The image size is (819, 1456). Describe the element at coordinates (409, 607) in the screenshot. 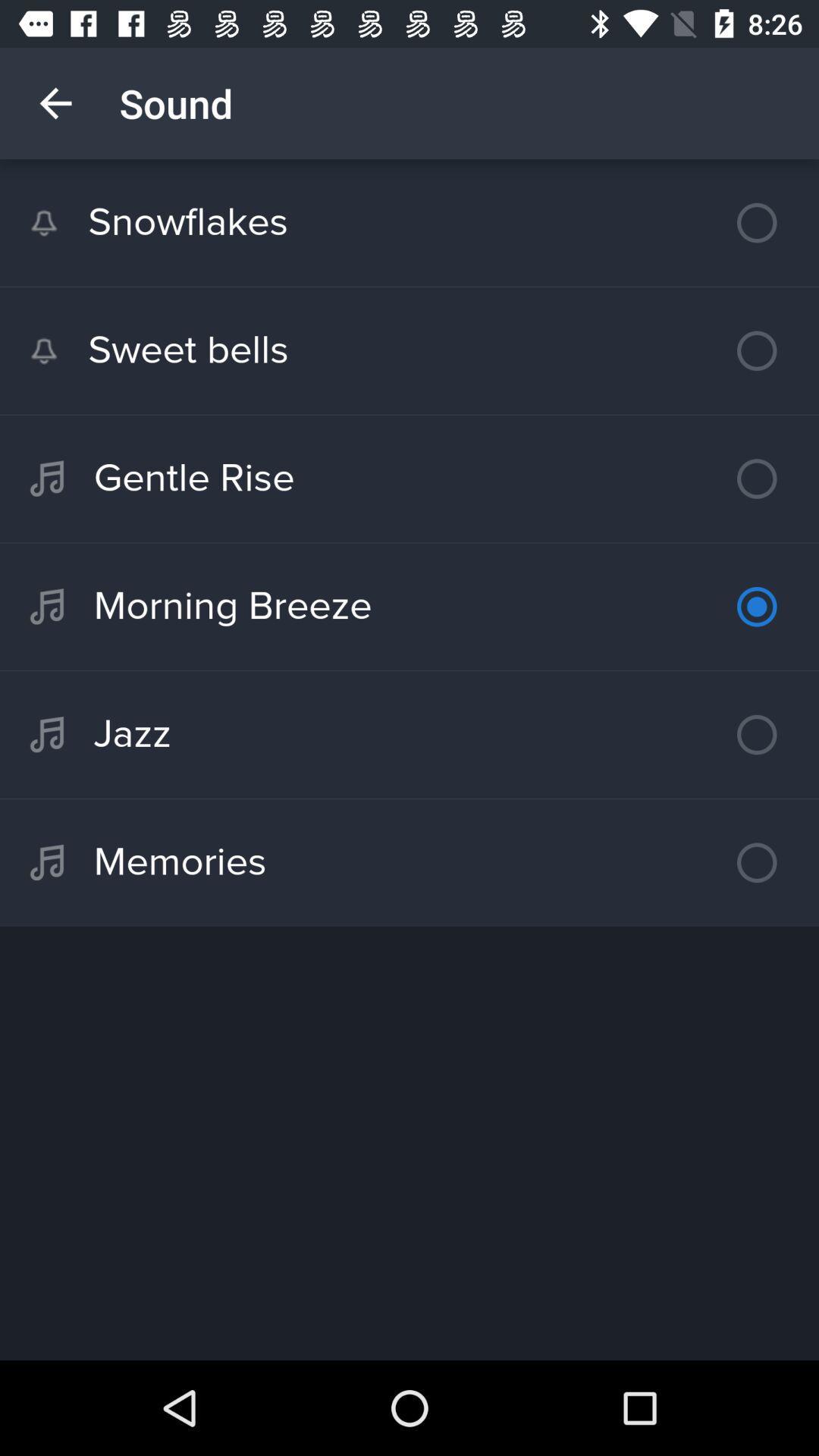

I see `icon below gentle rise item` at that location.